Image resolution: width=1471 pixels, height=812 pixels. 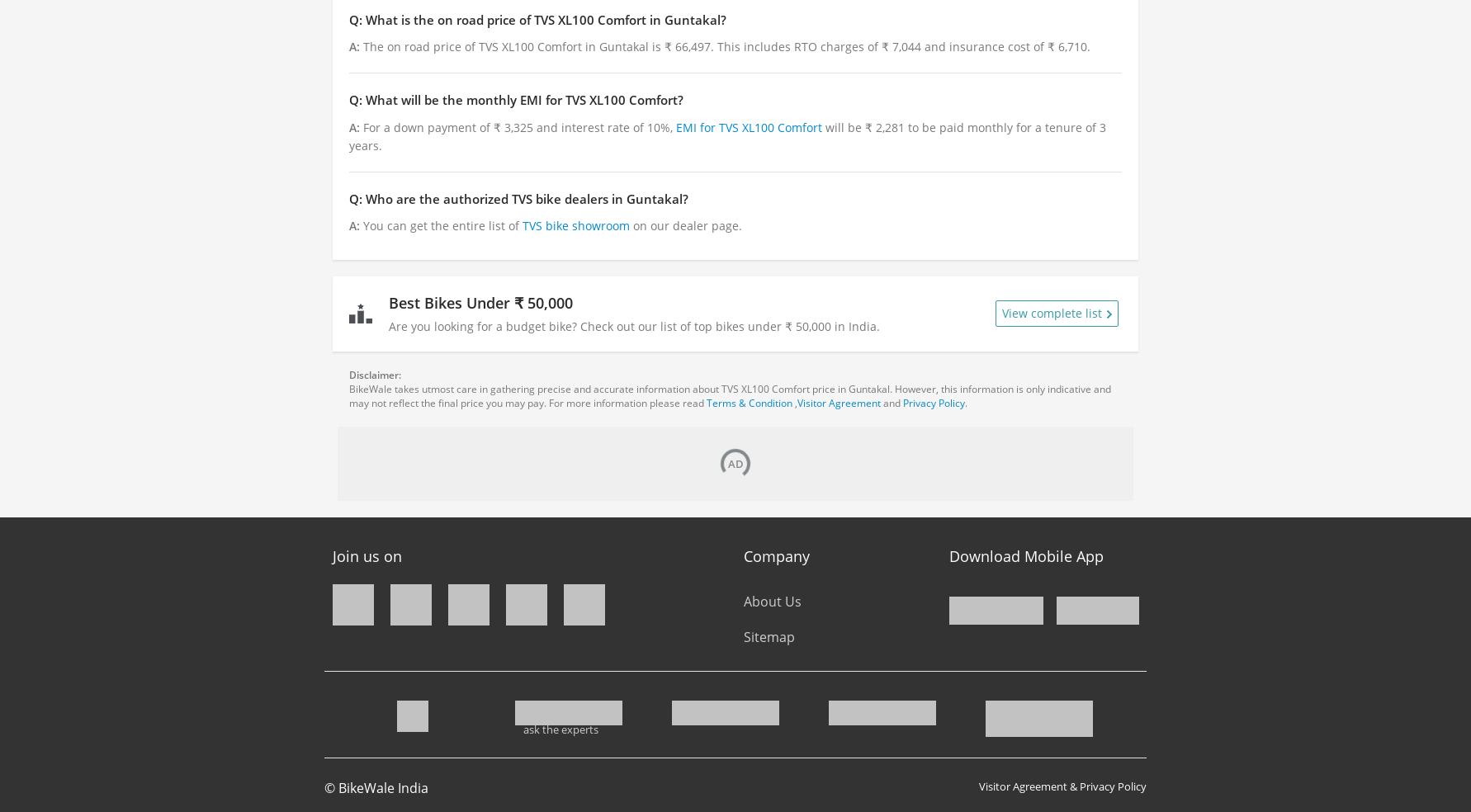 I want to click on 'Download Mobile App', so click(x=1025, y=555).